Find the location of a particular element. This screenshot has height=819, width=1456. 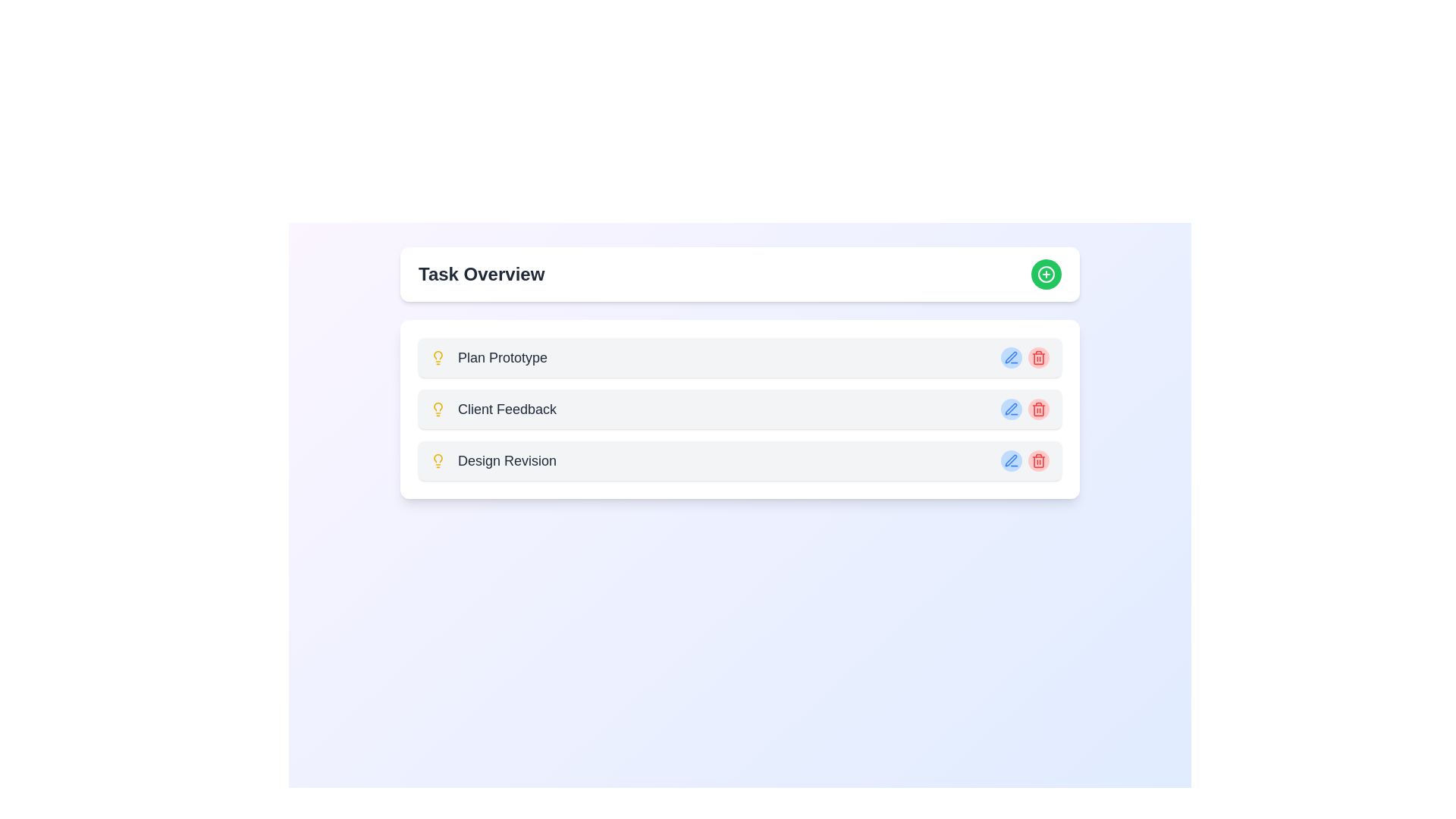

the lightbulb icon located on the left side of the 'Plan Prototype' text in the first row under the 'Task Overview' section is located at coordinates (437, 357).